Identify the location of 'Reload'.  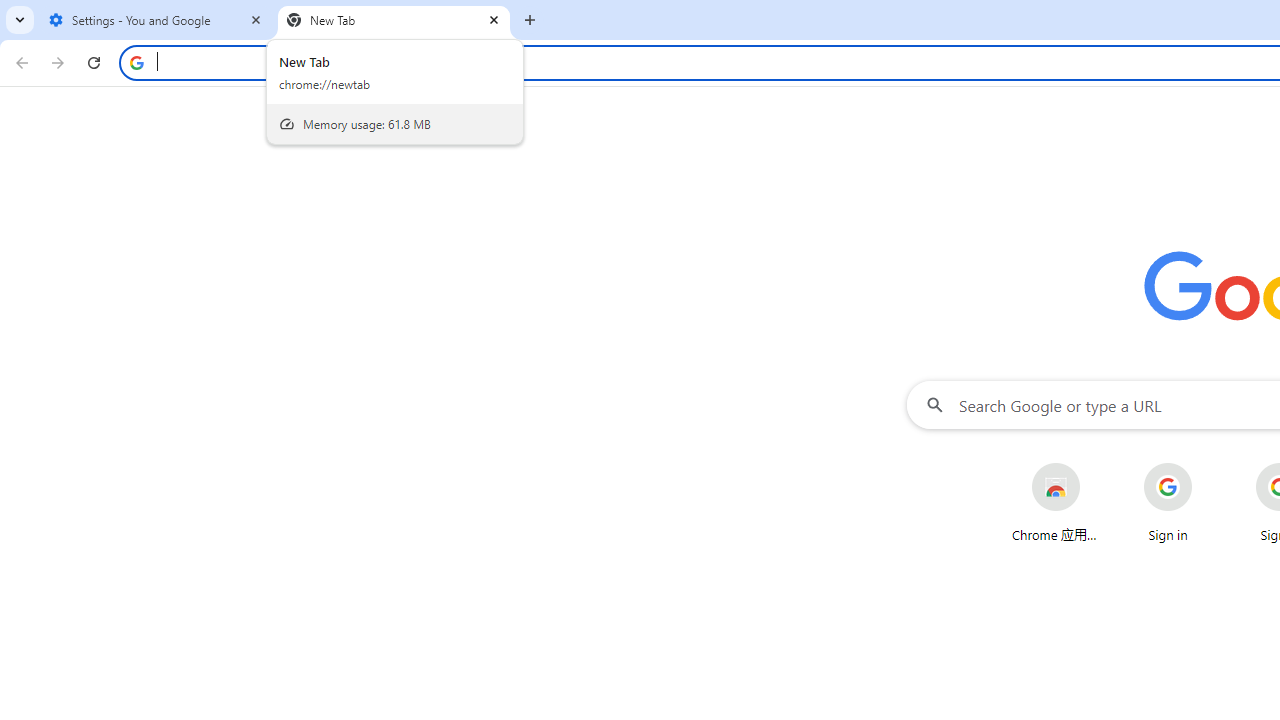
(93, 61).